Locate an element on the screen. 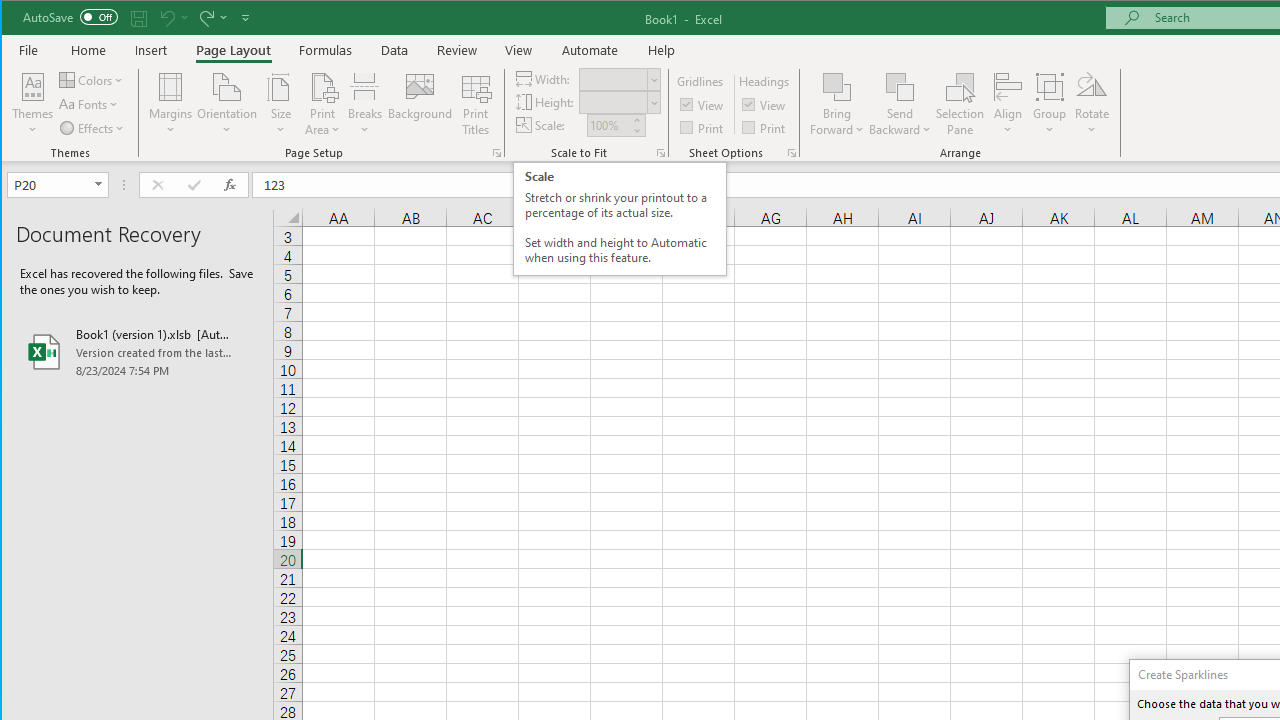  'Print Titles' is located at coordinates (474, 104).